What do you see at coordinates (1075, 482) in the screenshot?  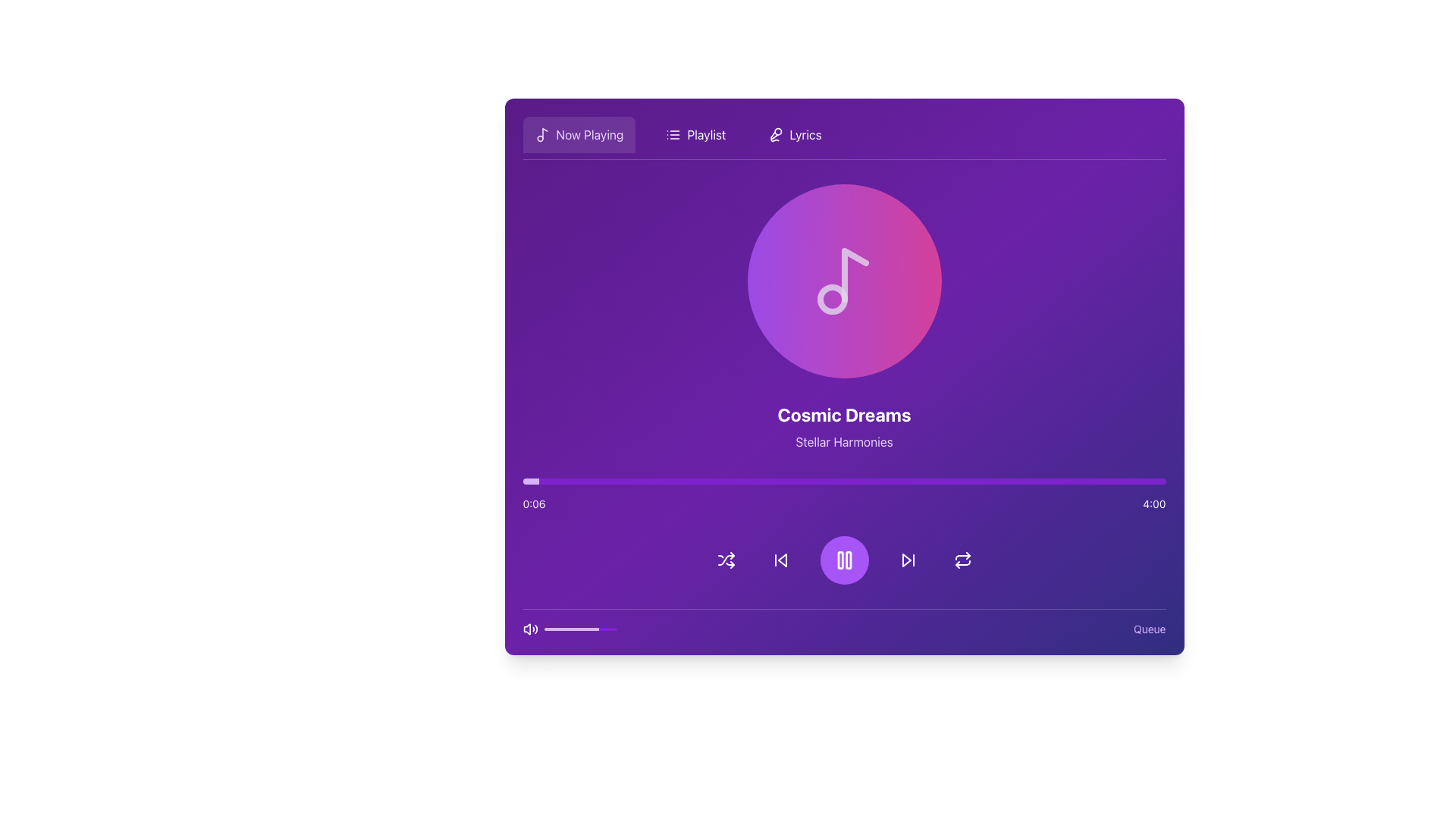 I see `playback progress` at bounding box center [1075, 482].